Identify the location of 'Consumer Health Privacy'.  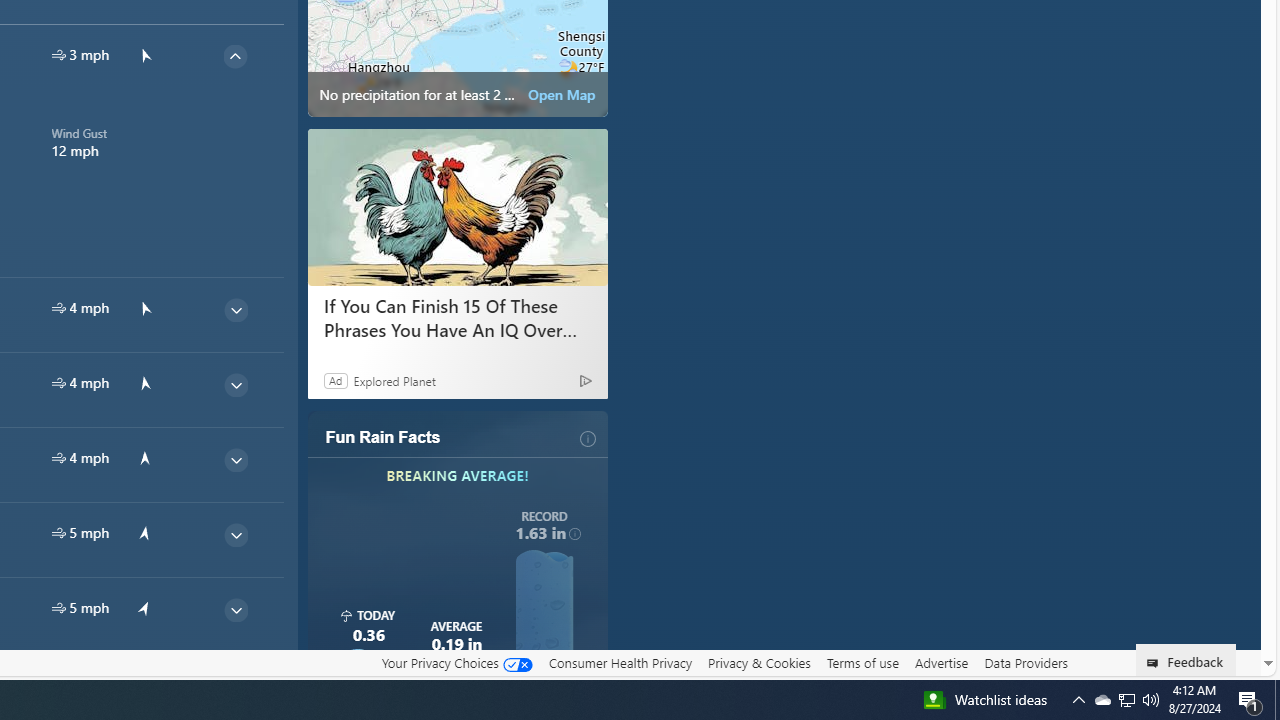
(619, 662).